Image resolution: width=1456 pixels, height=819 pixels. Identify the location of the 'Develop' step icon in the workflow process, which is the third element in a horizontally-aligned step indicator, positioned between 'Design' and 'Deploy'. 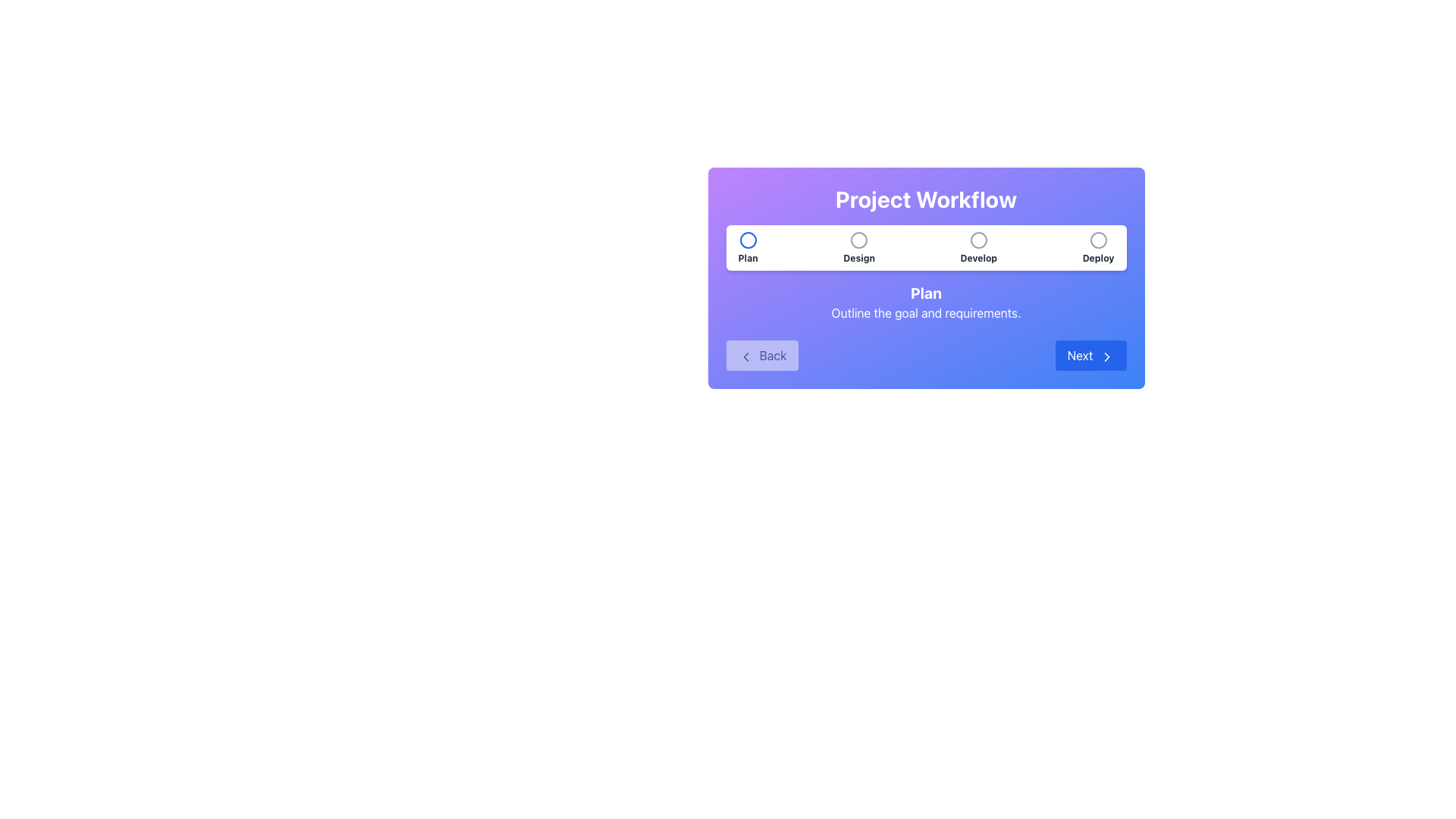
(978, 247).